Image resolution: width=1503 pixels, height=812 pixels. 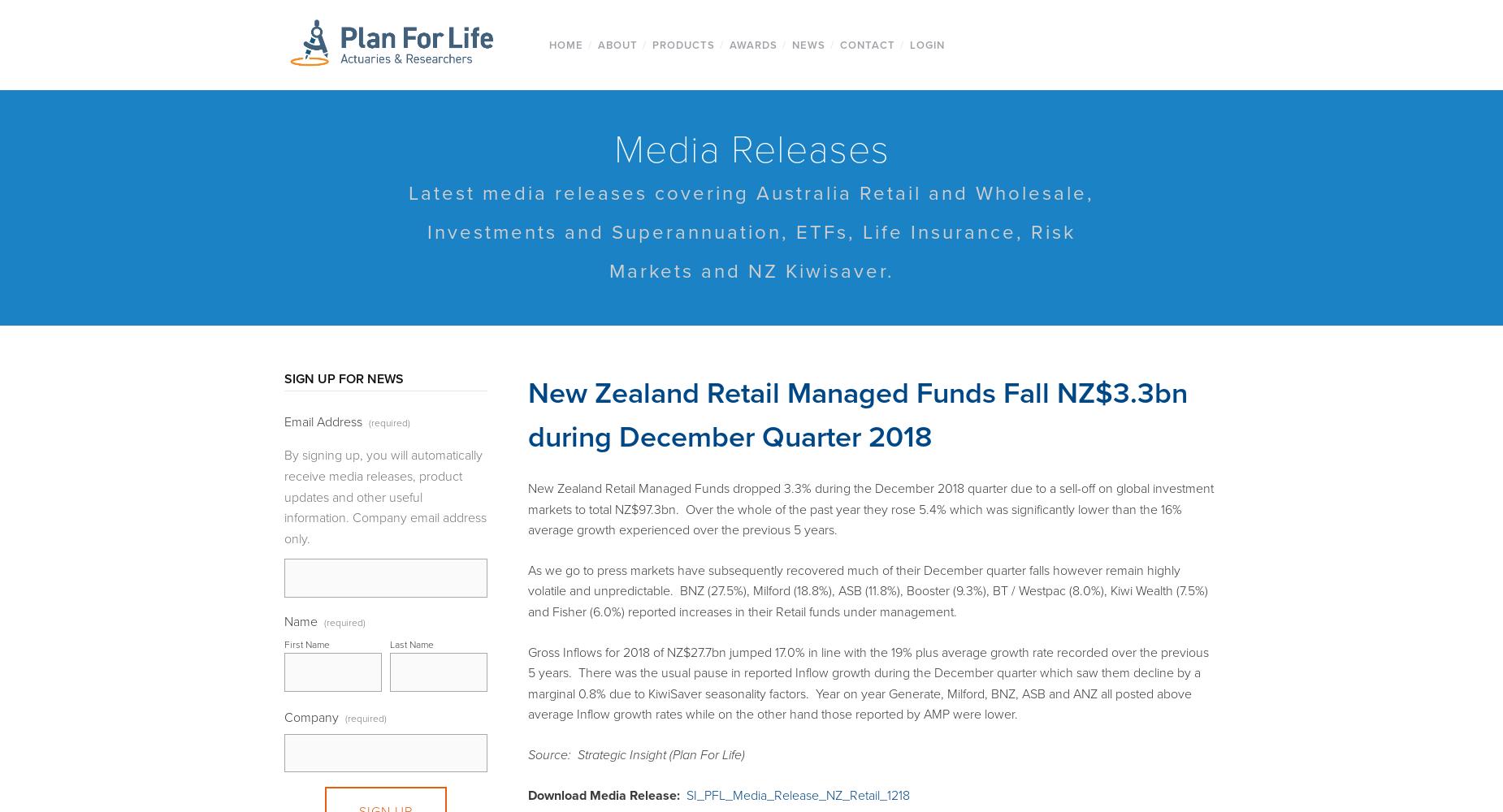 What do you see at coordinates (925, 44) in the screenshot?
I see `'Login'` at bounding box center [925, 44].